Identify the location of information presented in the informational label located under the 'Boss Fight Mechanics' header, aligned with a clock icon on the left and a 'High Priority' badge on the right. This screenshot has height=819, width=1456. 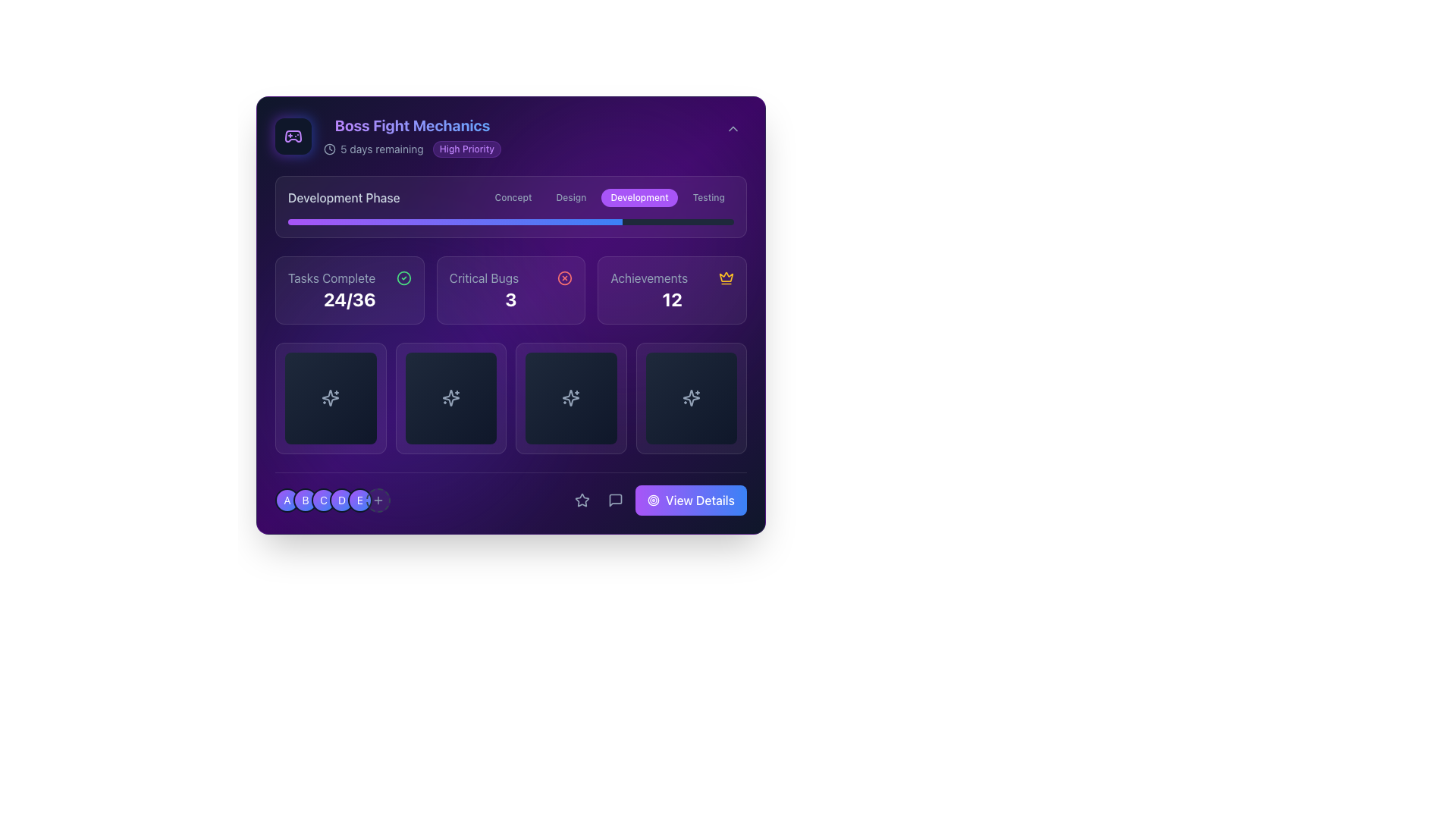
(412, 149).